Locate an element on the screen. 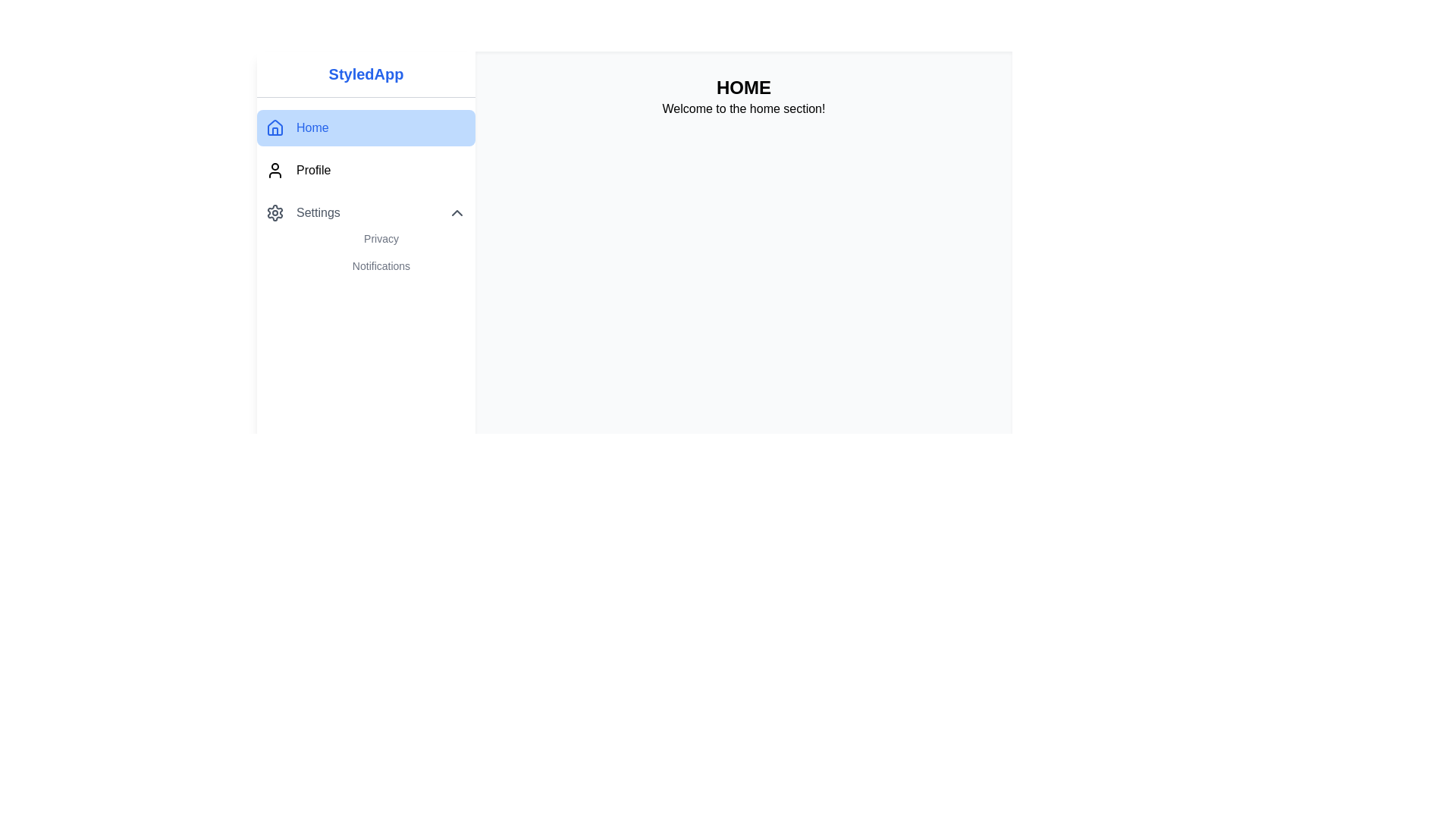  text content of the branding label located at the top-left corner of the vertical navigation menu is located at coordinates (366, 74).